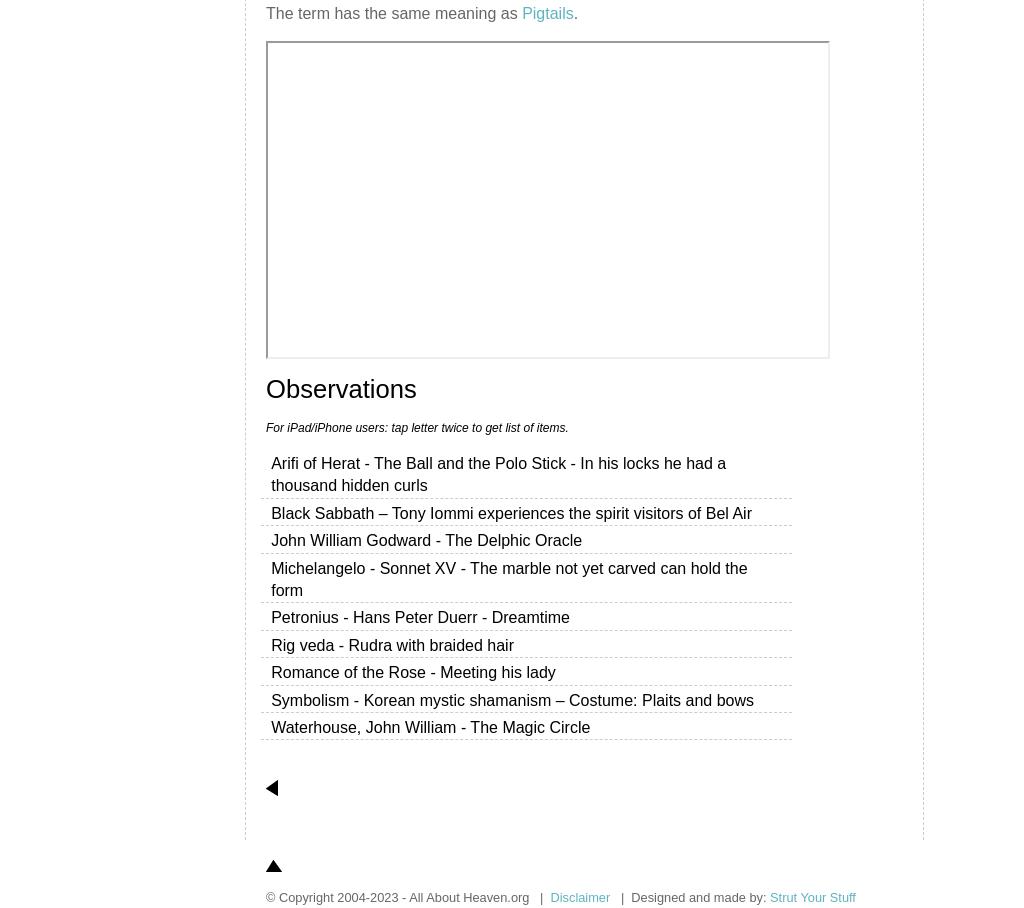 The width and height of the screenshot is (1024, 908). Describe the element at coordinates (415, 428) in the screenshot. I see `'For iPad/iPhone users: tap letter twice to get list of items.'` at that location.